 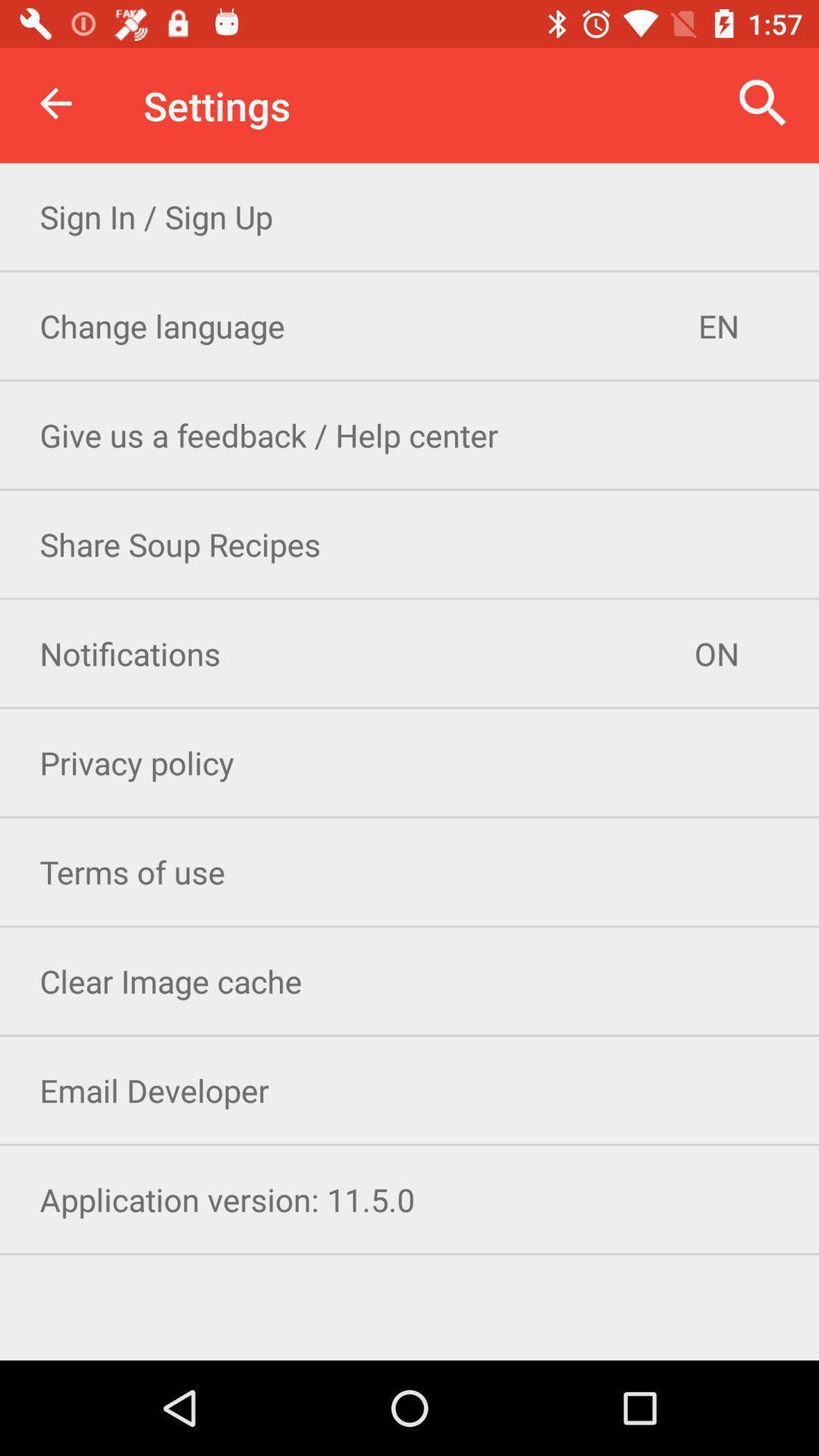 I want to click on terms of use icon, so click(x=409, y=871).